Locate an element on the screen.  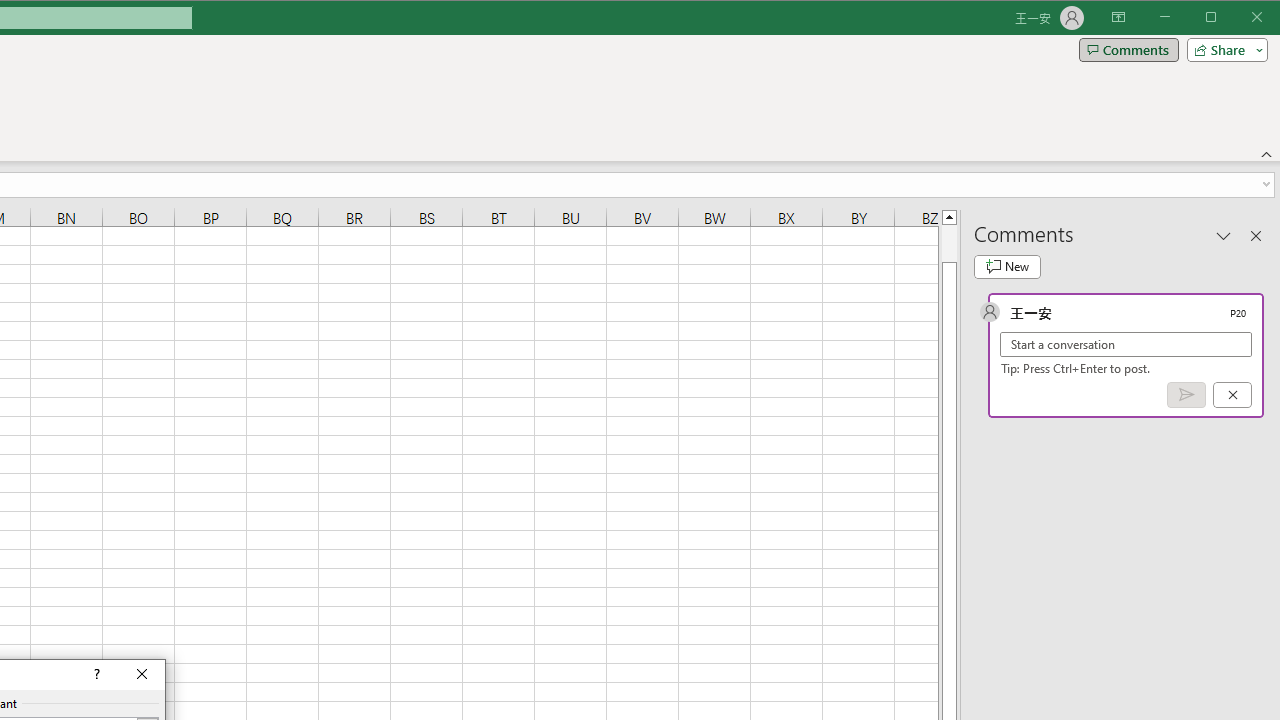
'Post comment (Ctrl + Enter)' is located at coordinates (1186, 395).